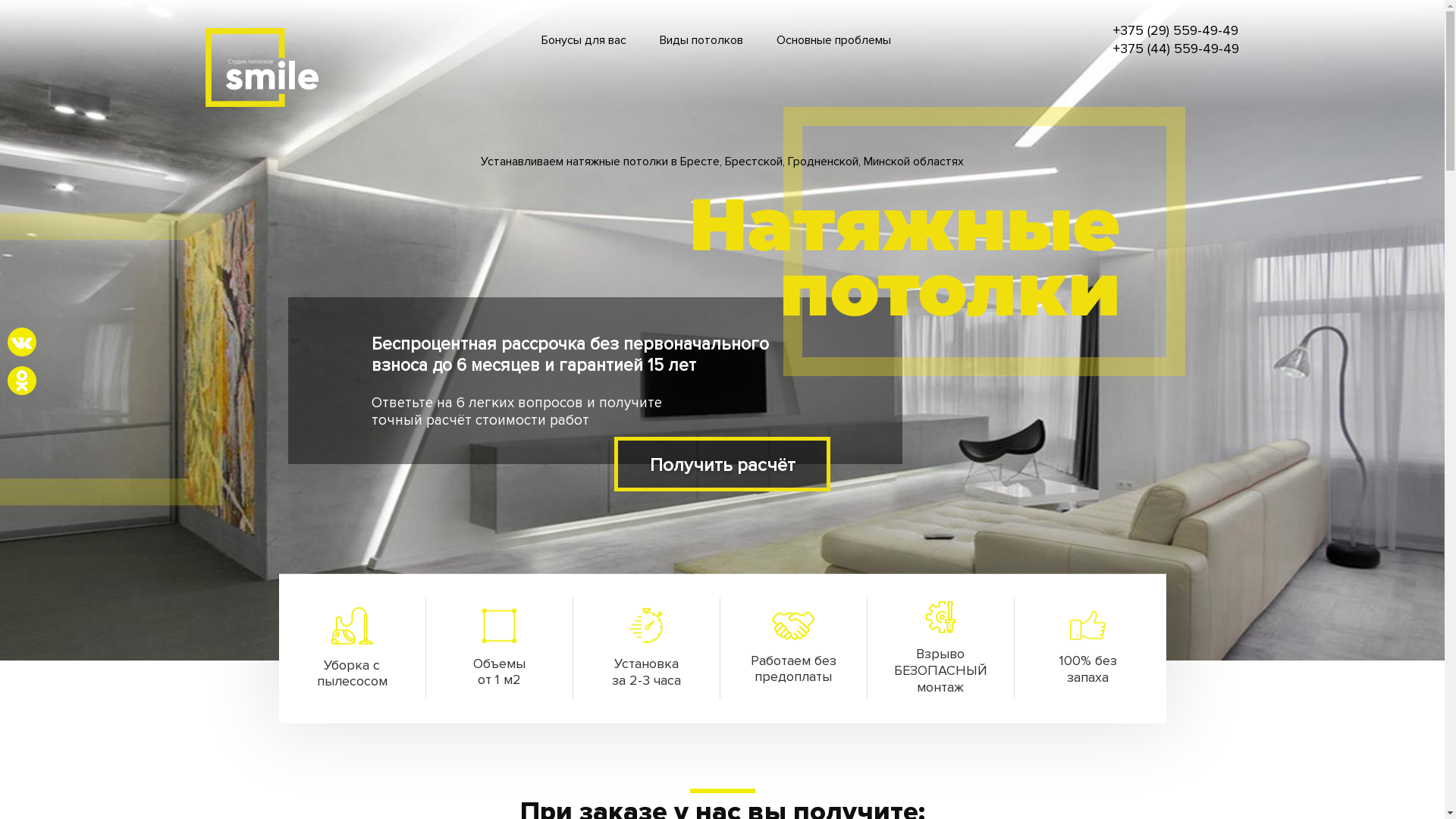  I want to click on '+375 (29) 559-49-49', so click(1175, 31).